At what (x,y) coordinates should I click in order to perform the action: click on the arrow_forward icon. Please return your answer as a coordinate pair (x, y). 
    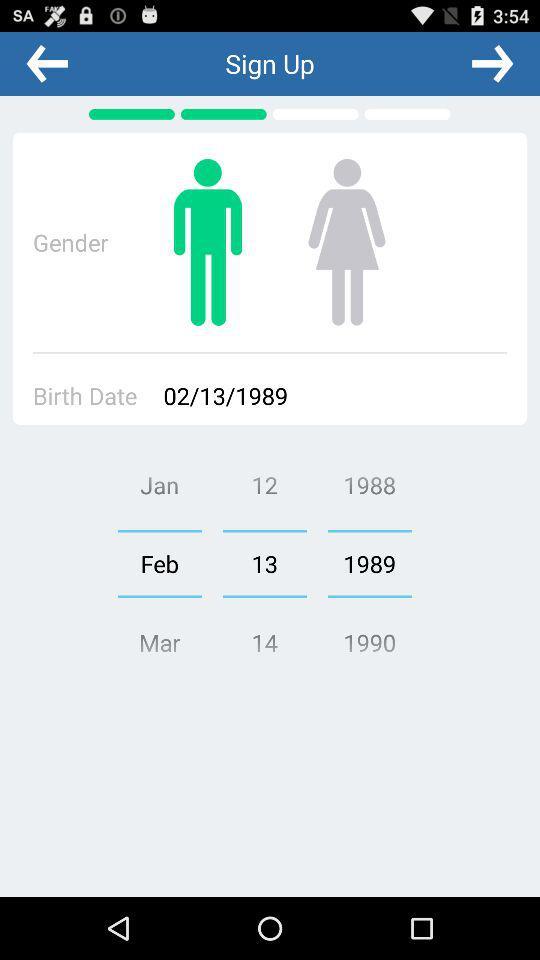
    Looking at the image, I should click on (491, 68).